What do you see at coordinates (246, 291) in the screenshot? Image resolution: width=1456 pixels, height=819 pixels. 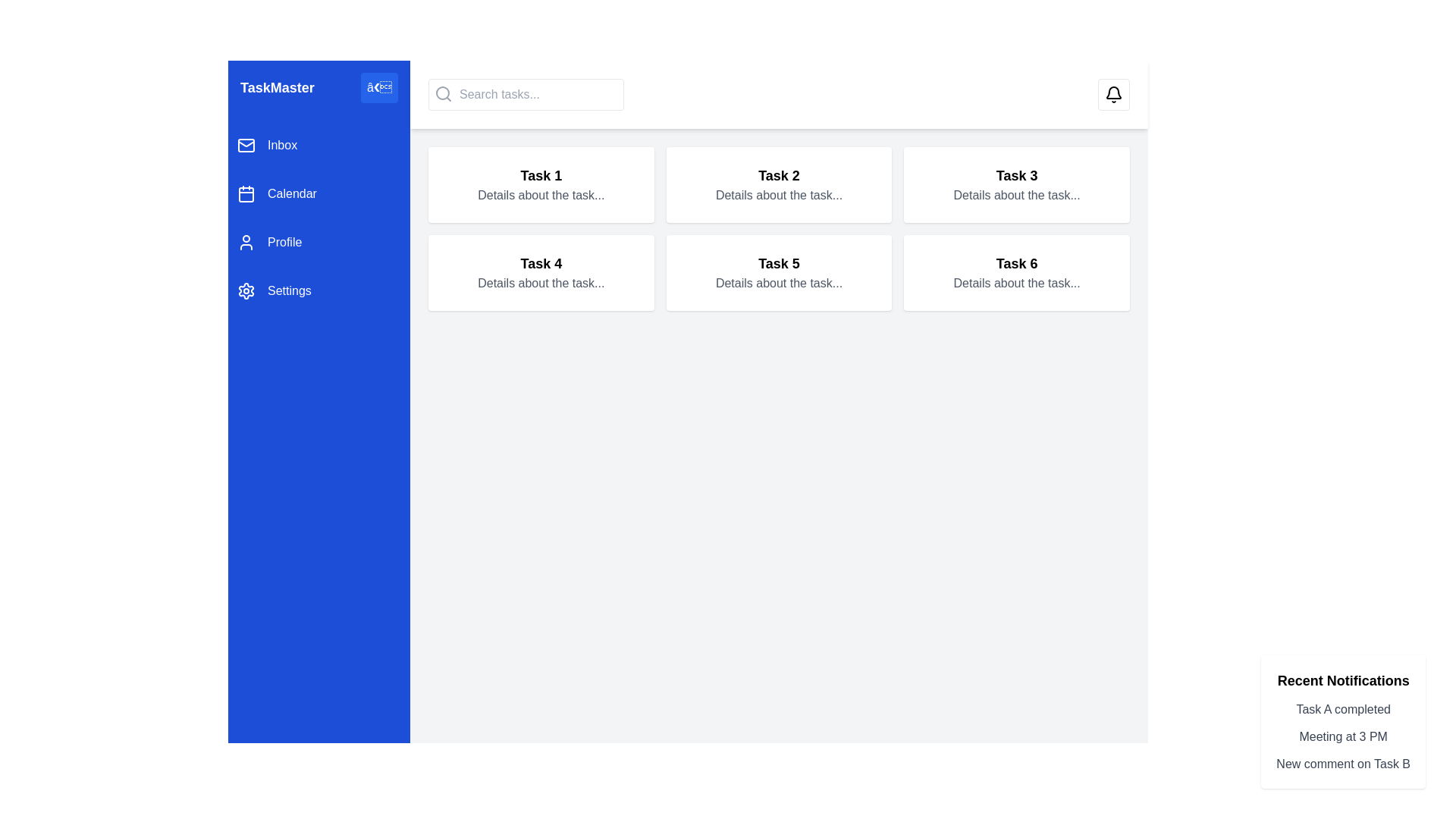 I see `the gear icon located in the left sidebar, directly above the 'Settings' text label` at bounding box center [246, 291].